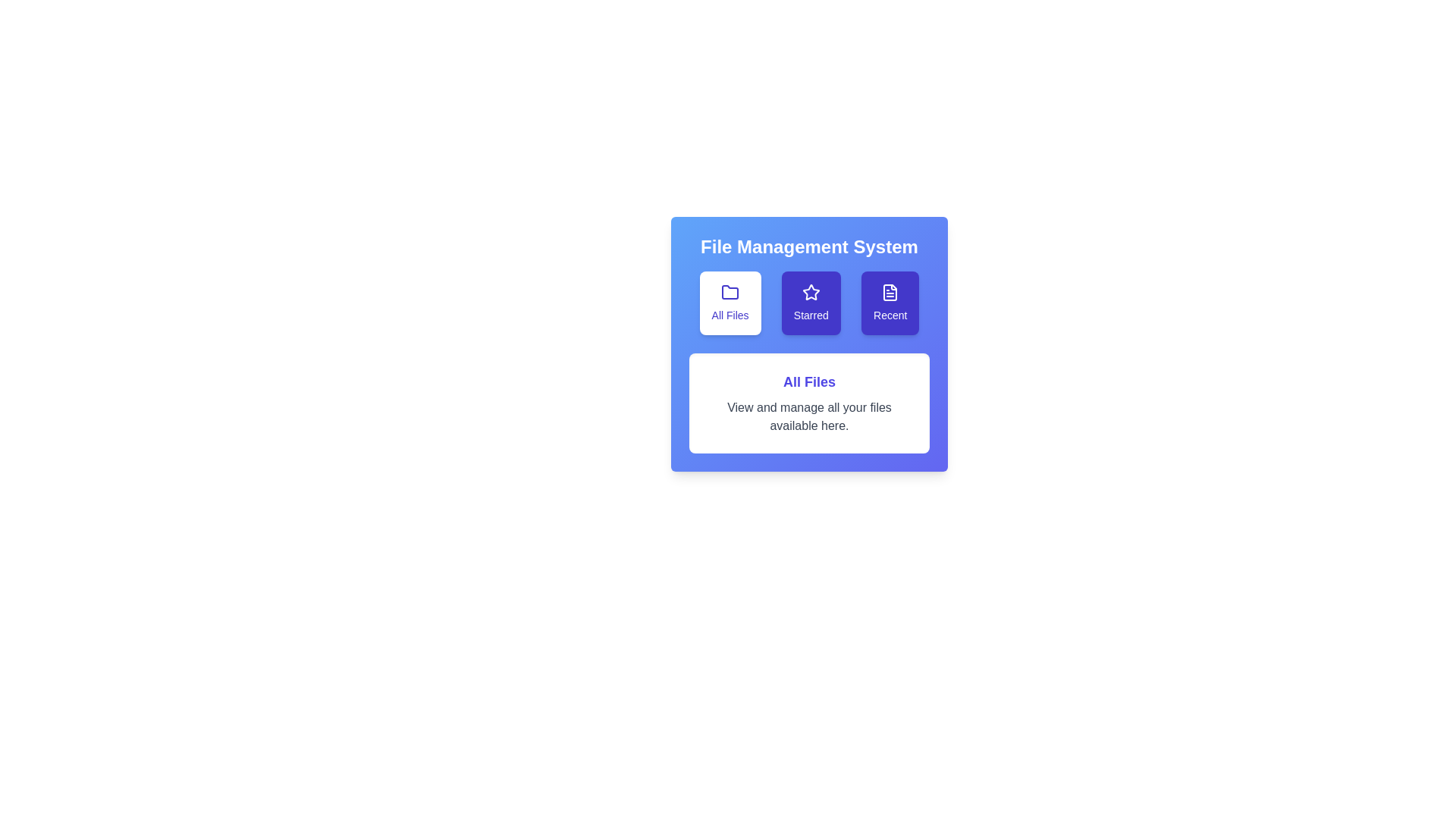 The height and width of the screenshot is (819, 1456). I want to click on the All Files tab by clicking on its corresponding button, so click(730, 303).